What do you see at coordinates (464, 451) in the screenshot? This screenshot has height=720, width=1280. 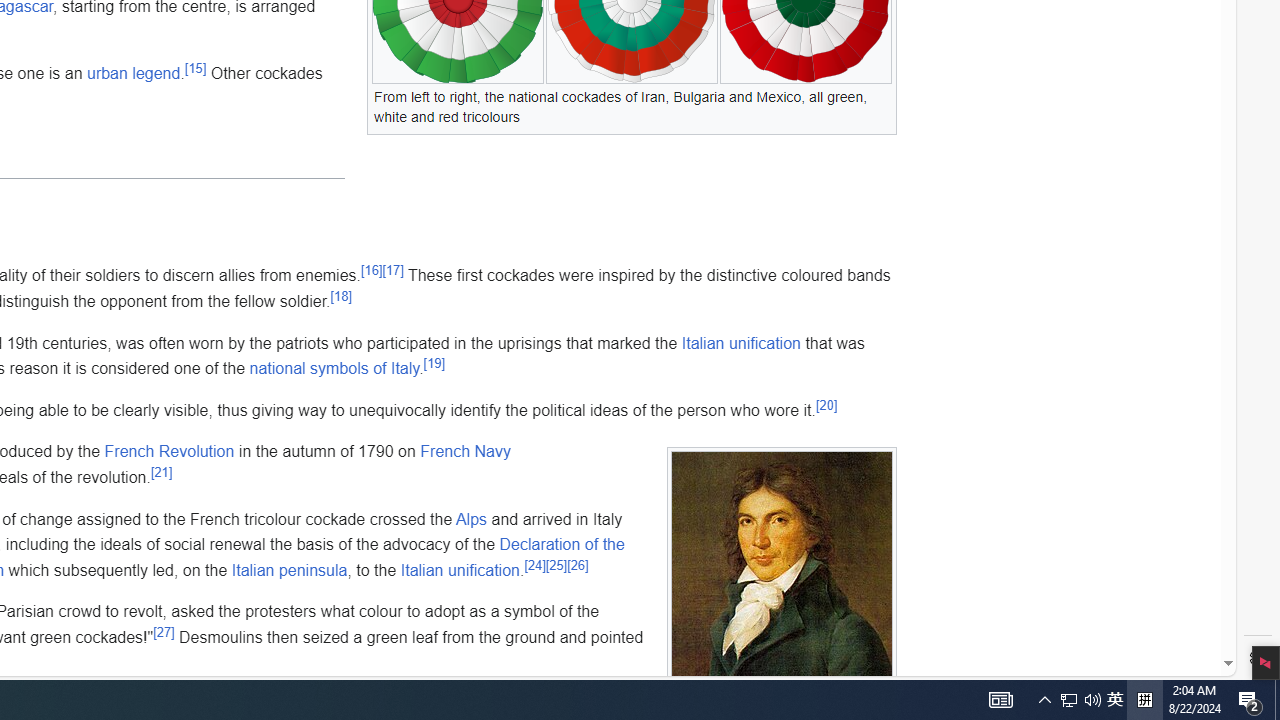 I see `'French Navy'` at bounding box center [464, 451].